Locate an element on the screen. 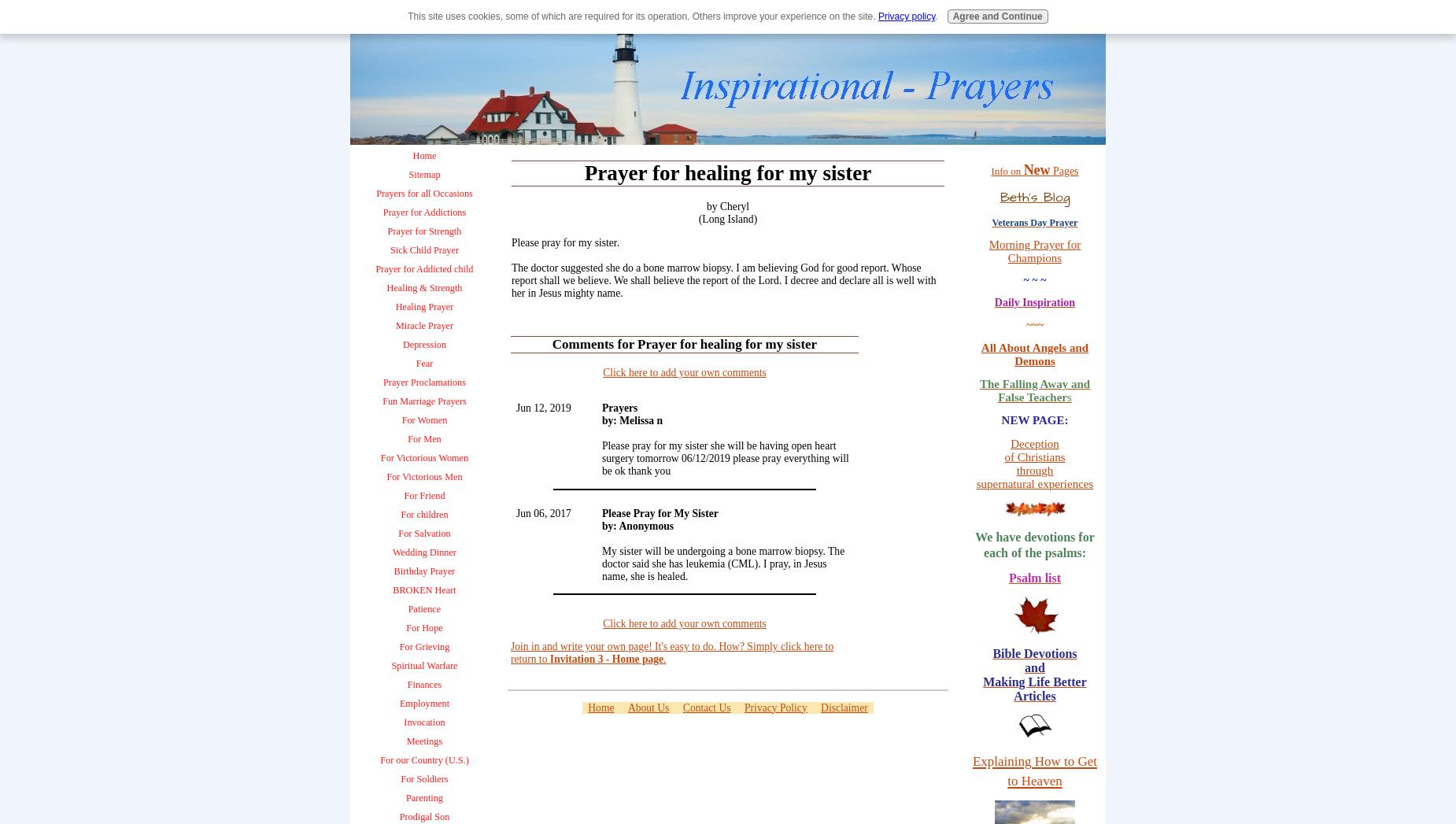 The height and width of the screenshot is (824, 1456). 'Wedding Dinner' is located at coordinates (424, 552).